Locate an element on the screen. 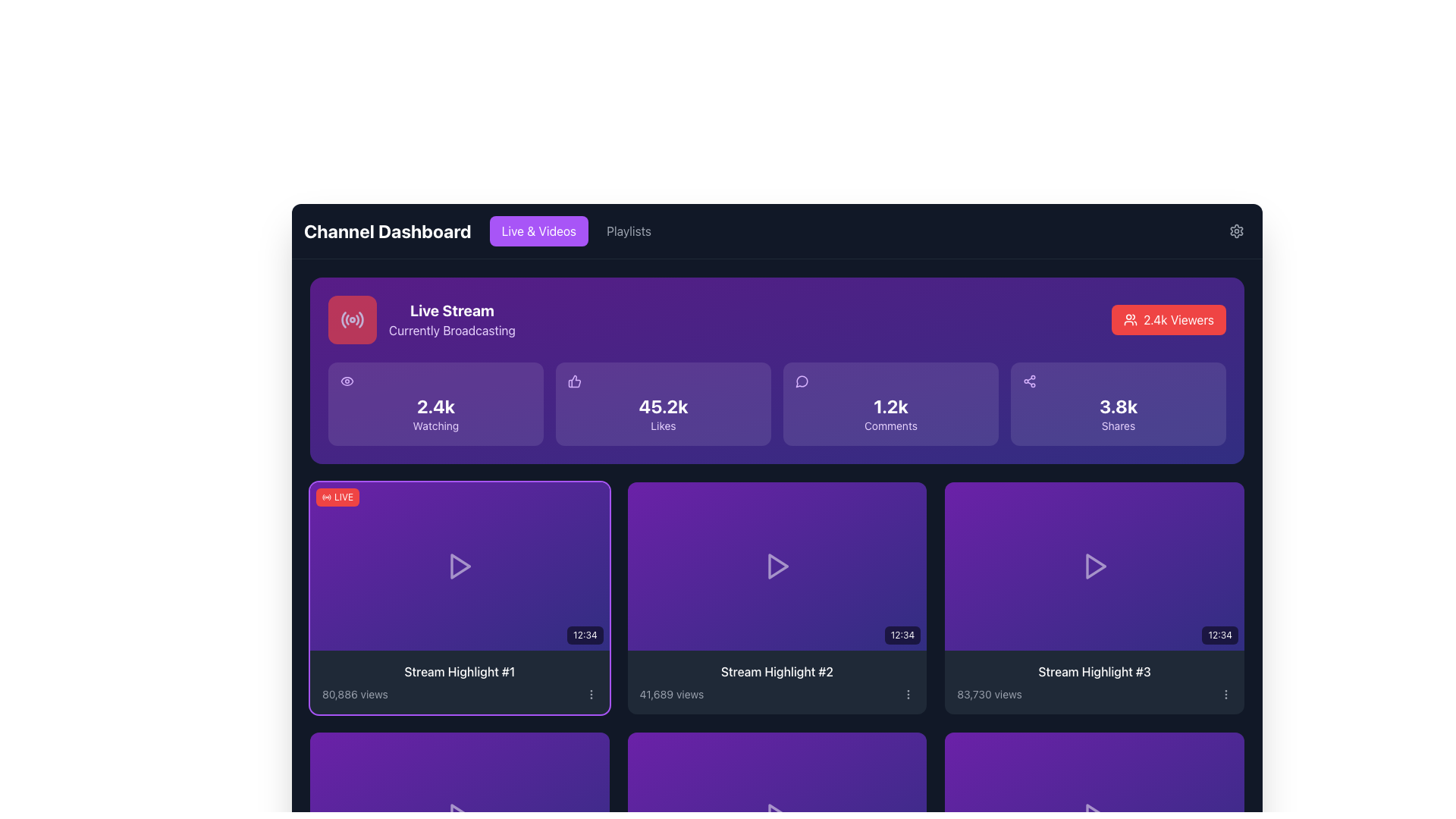 Image resolution: width=1456 pixels, height=819 pixels. the Text Label displaying '12:34' in white on a semi-transparent black background located at the bottom-right corner of the 'Stream Highlight #1' thumbnail is located at coordinates (584, 635).